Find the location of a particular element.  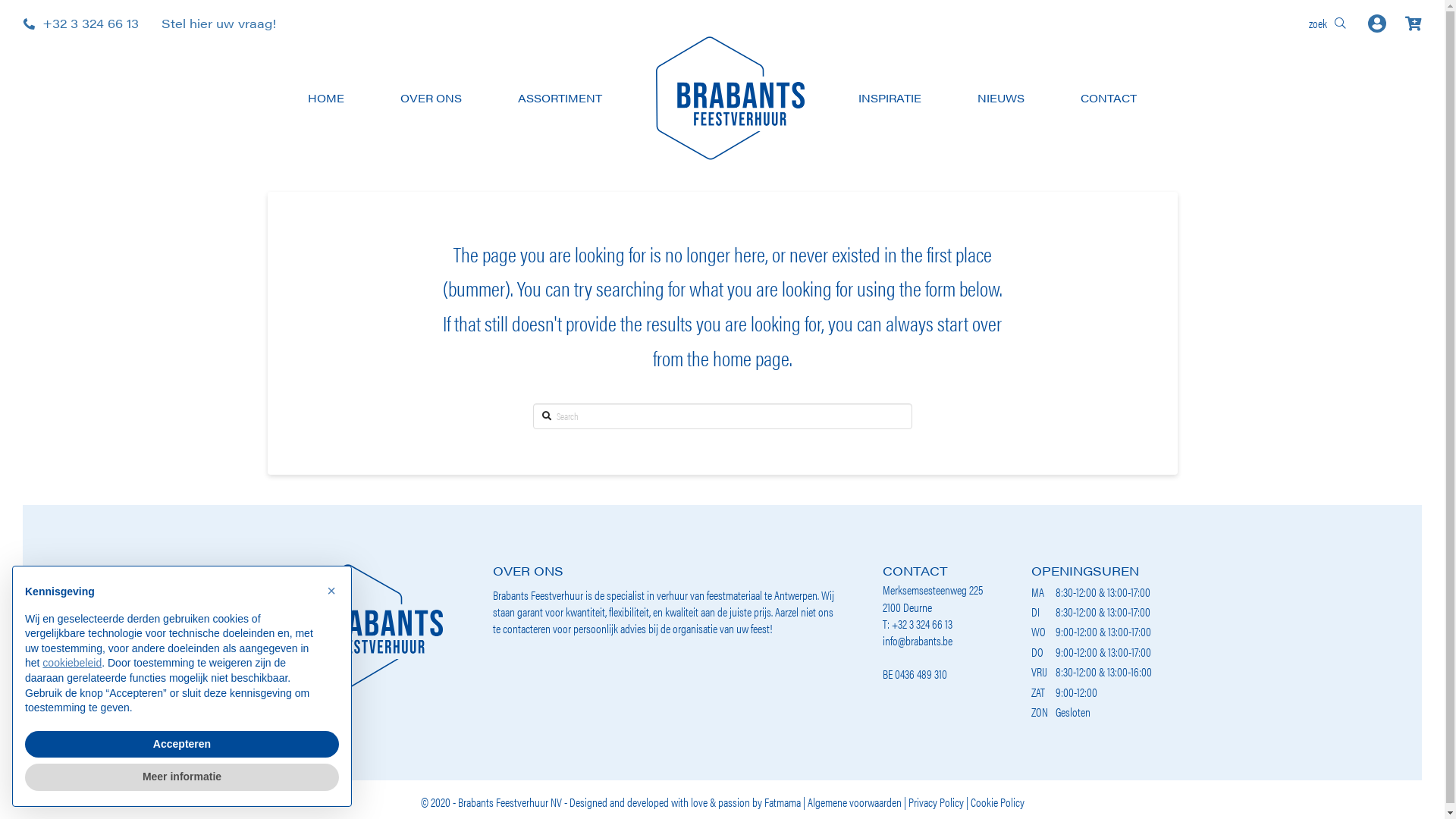

'OVER ONS' is located at coordinates (430, 97).